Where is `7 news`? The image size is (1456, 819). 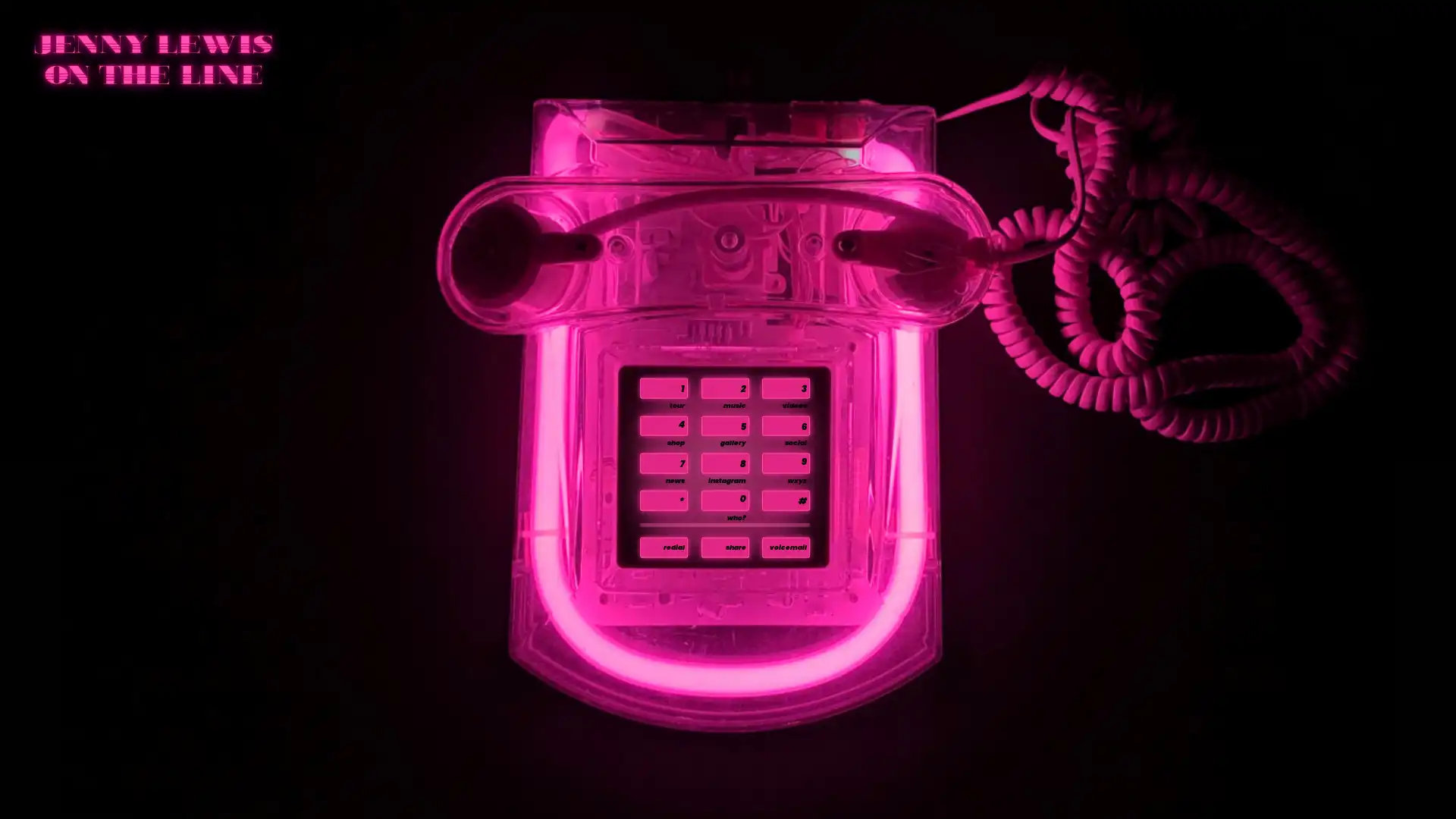 7 news is located at coordinates (664, 462).